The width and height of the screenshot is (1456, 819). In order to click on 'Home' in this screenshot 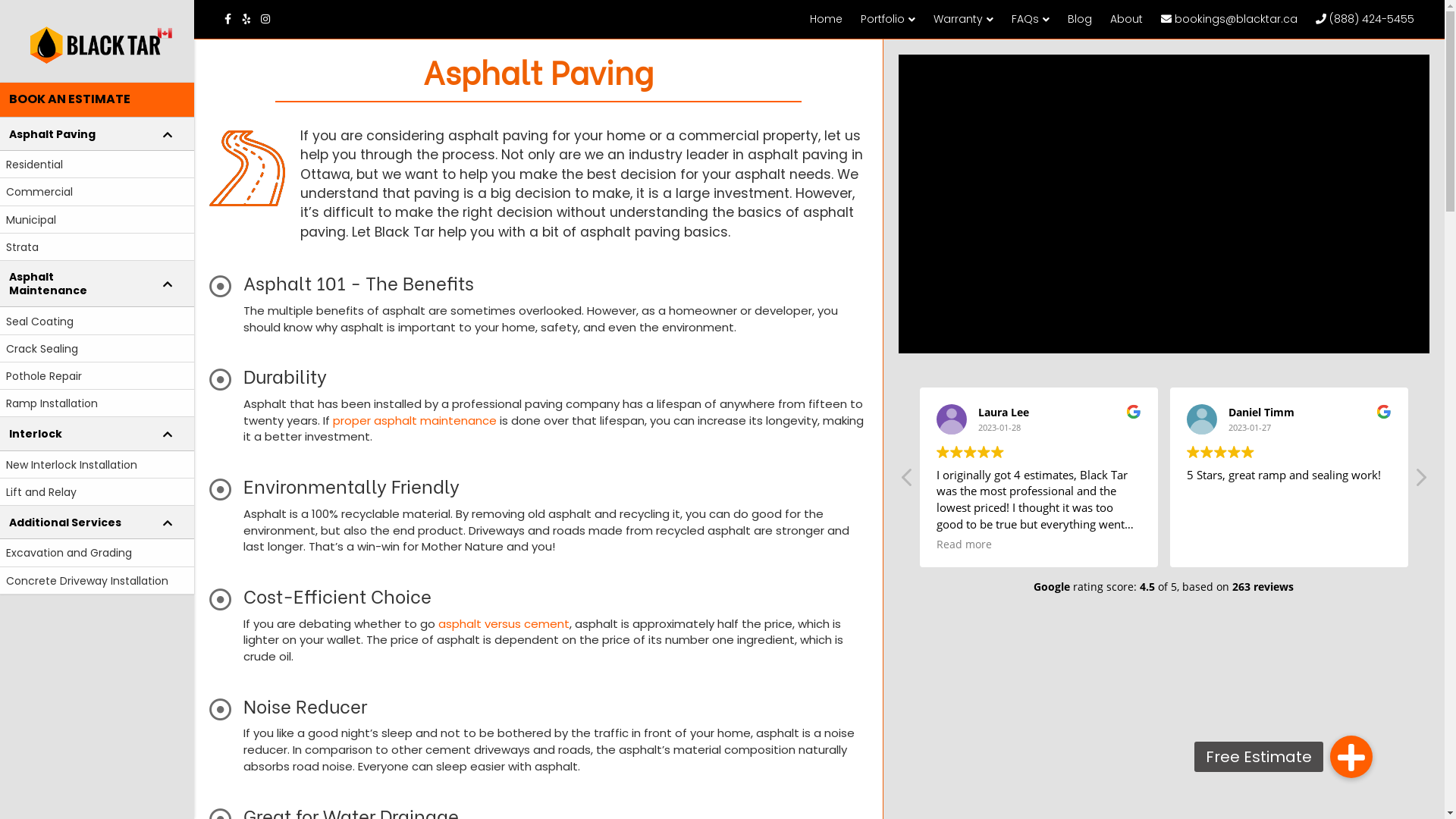, I will do `click(825, 18)`.